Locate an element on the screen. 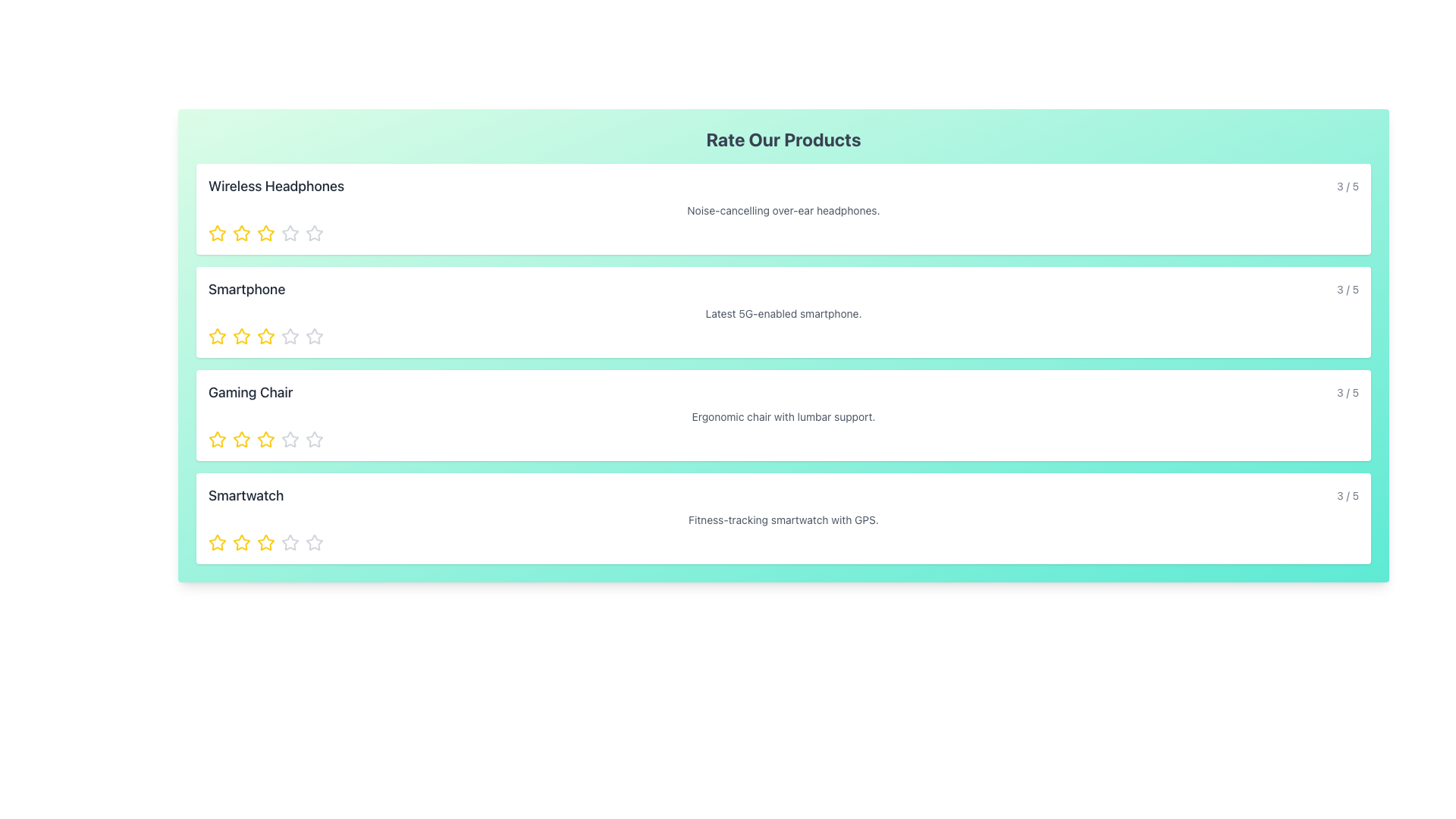 This screenshot has height=819, width=1456. the third yellow Rating Star Icon in the row for 'Gaming Chair' is located at coordinates (265, 439).